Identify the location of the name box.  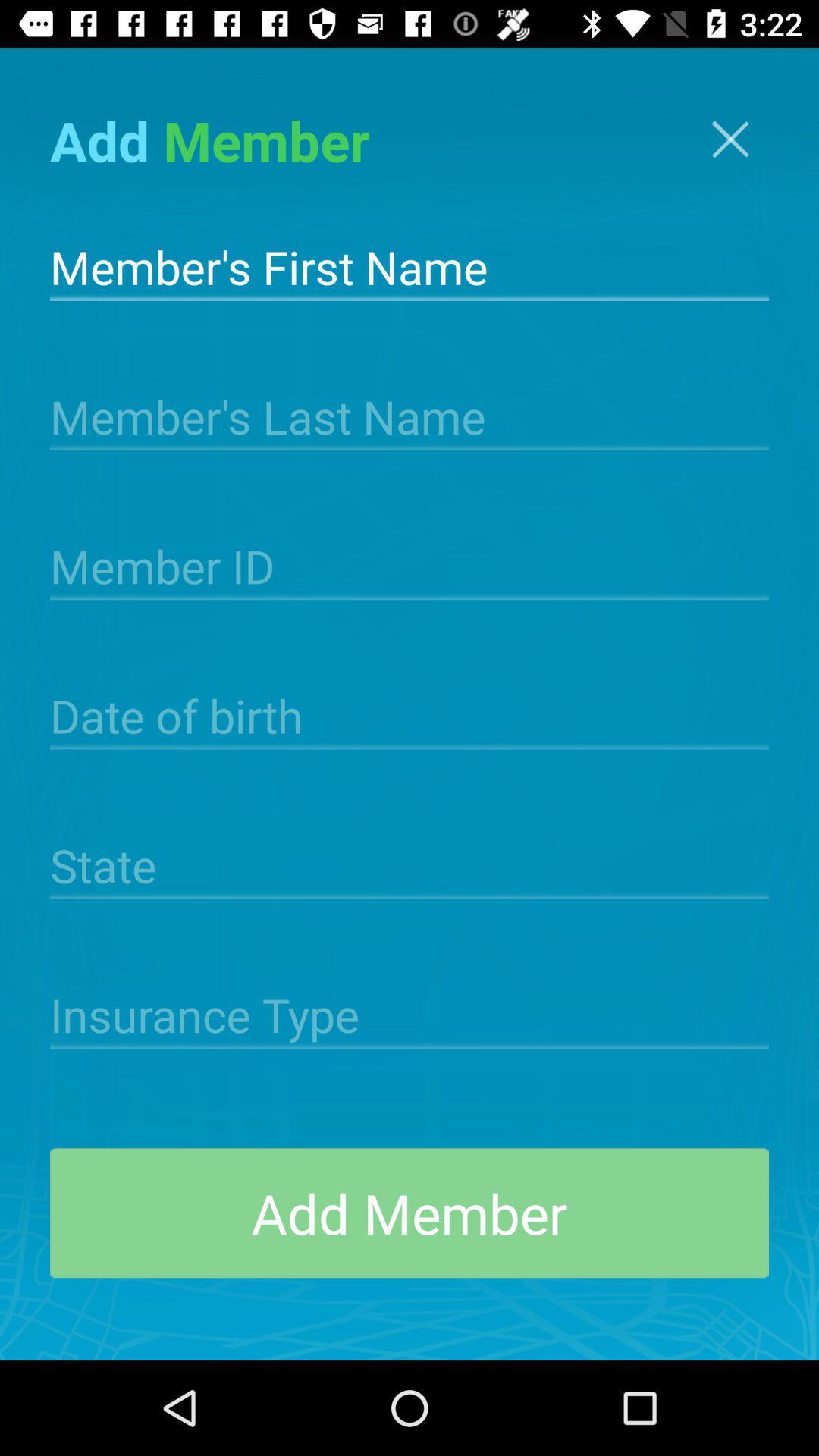
(409, 265).